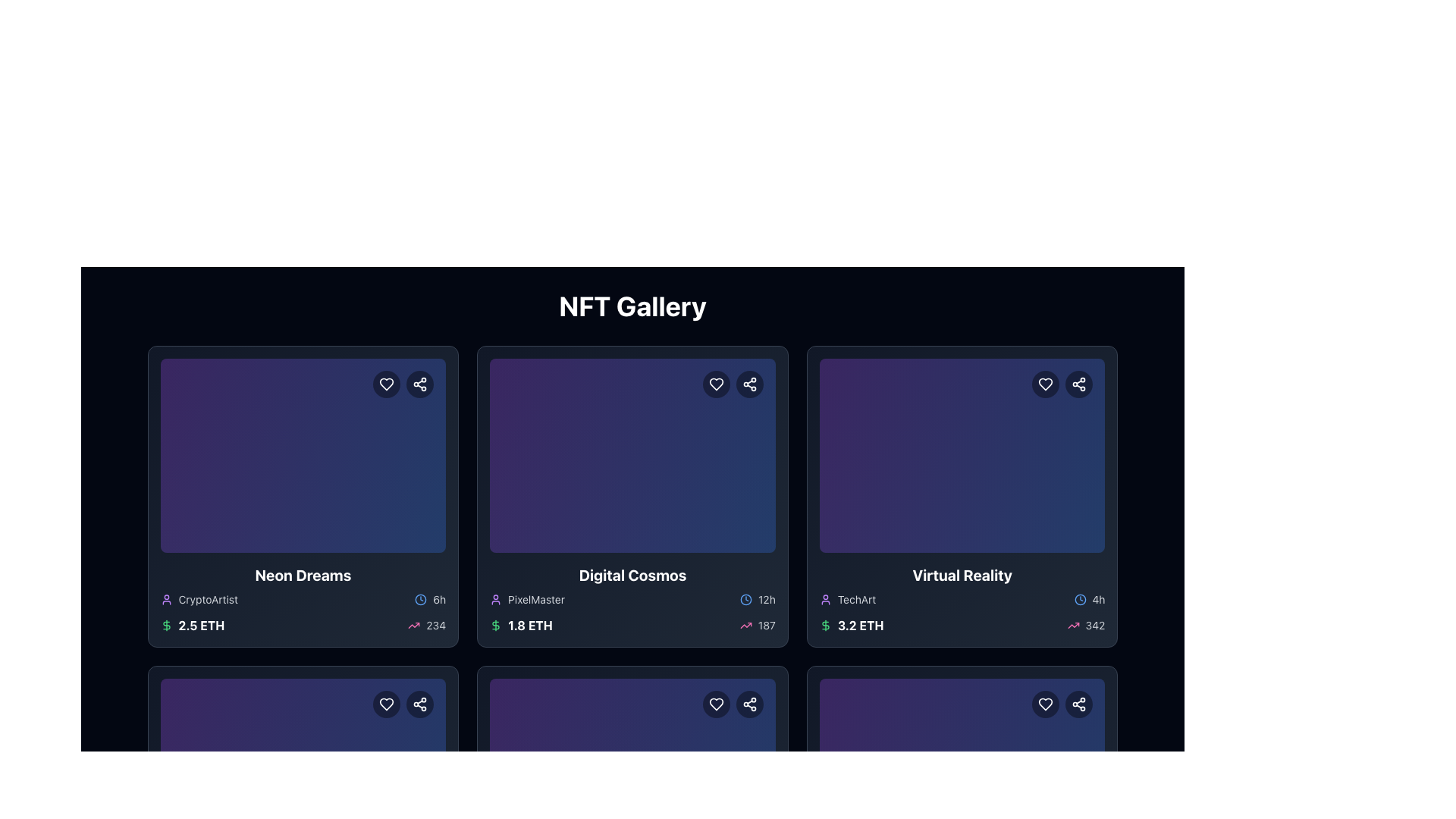 Image resolution: width=1456 pixels, height=819 pixels. Describe the element at coordinates (824, 626) in the screenshot. I see `the green dollar icon representing financial information within the 'Virtual Reality' NFT card, located near the bottom-left corner where the price information is displayed` at that location.